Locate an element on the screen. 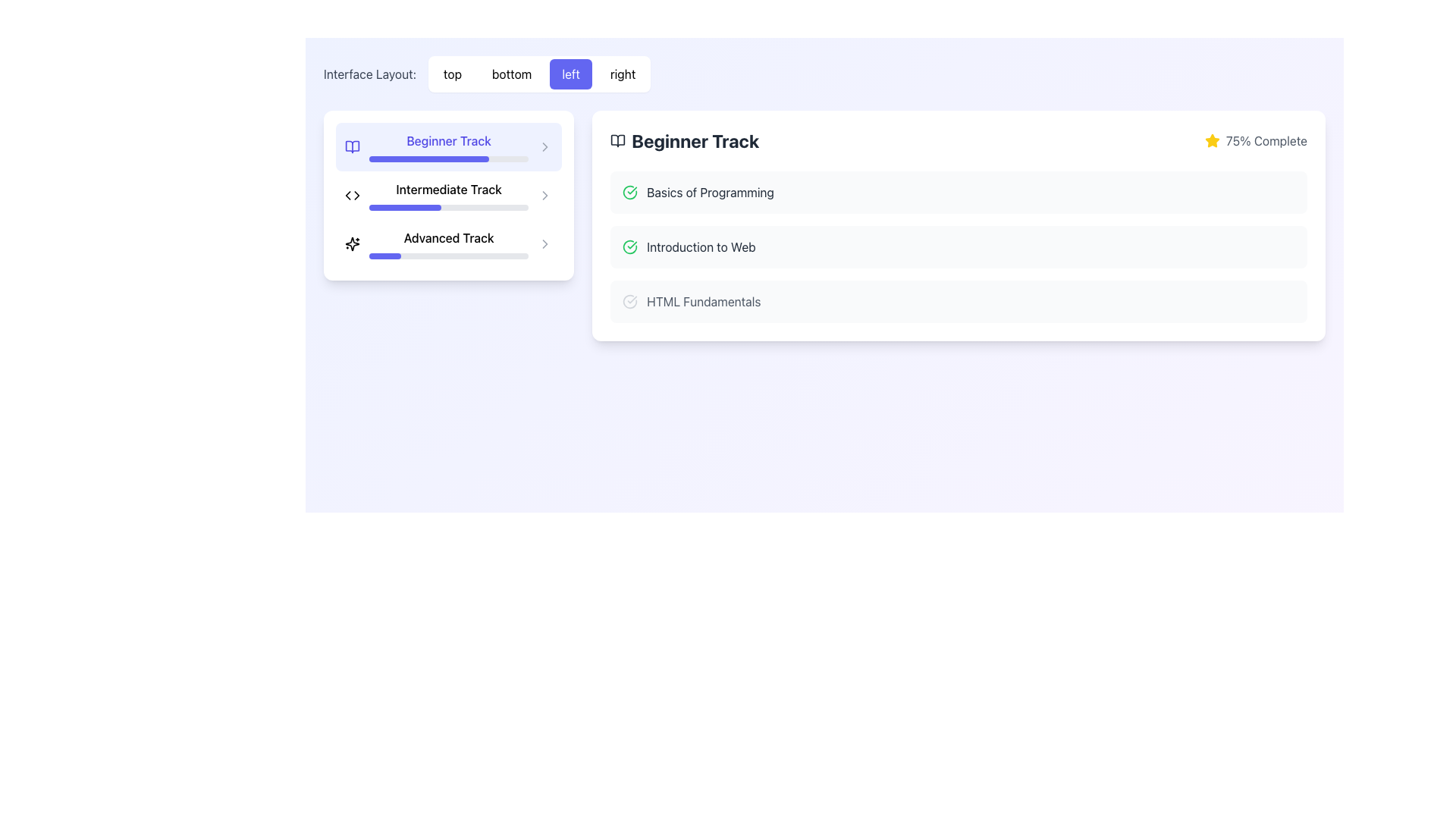 Image resolution: width=1456 pixels, height=819 pixels. the right-pointing chevron icon located at the far-right of the 'Advanced Track' menu option to highlight it is located at coordinates (545, 243).